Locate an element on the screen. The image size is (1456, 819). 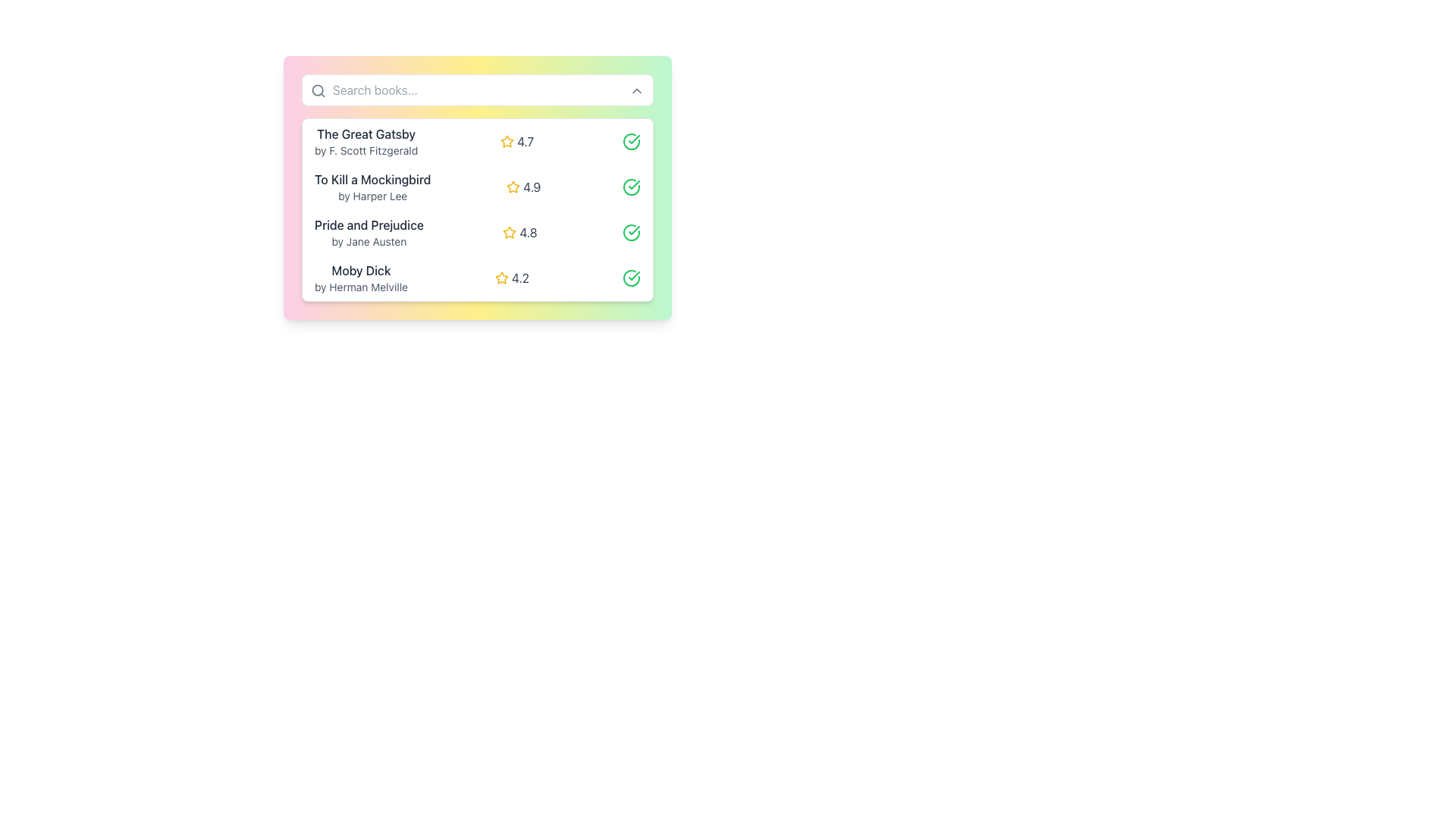
the green checkmark icon, which signifies approval or completion, located within the circular SVG icon is located at coordinates (634, 275).